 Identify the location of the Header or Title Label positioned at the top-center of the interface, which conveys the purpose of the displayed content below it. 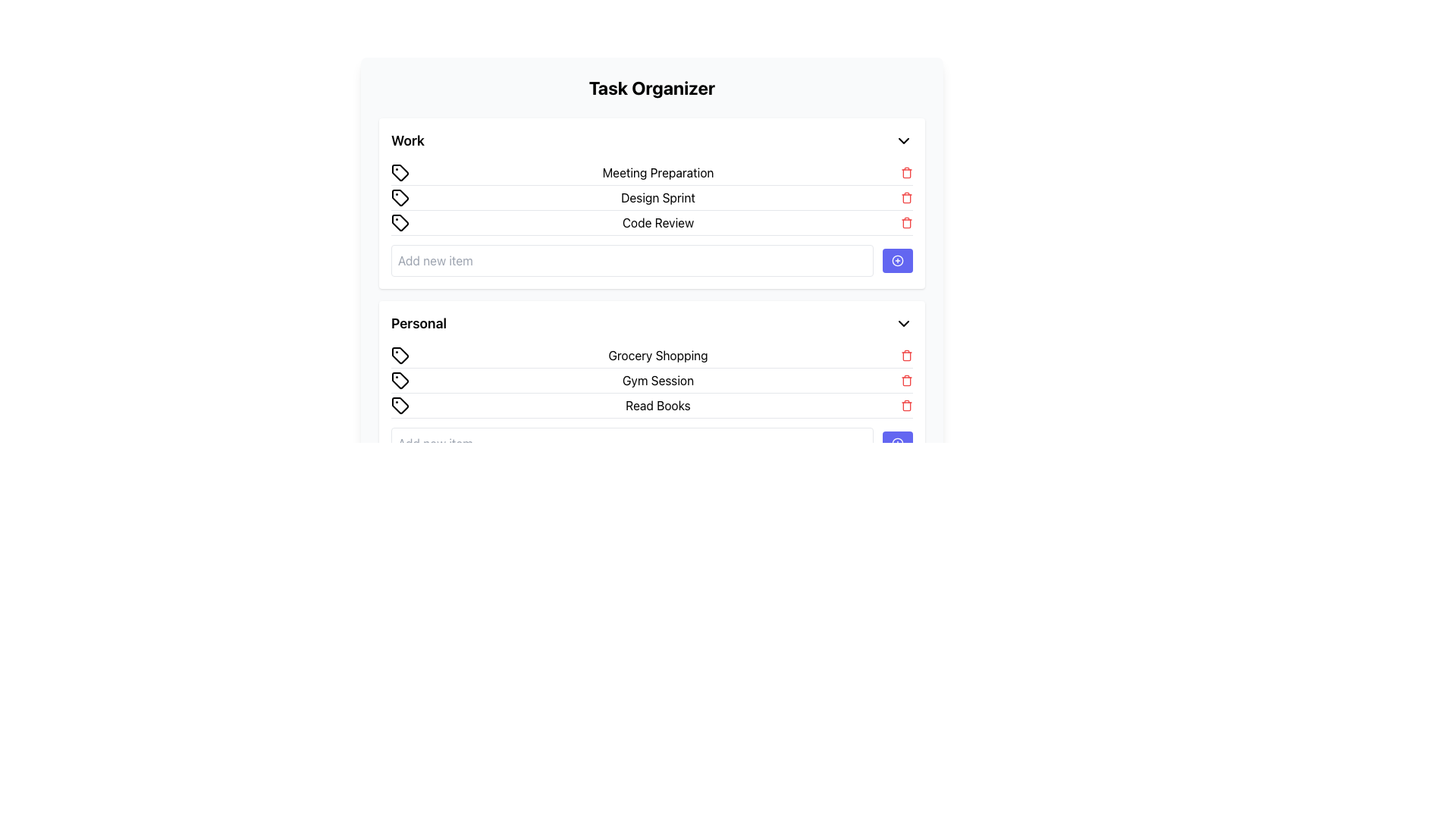
(651, 87).